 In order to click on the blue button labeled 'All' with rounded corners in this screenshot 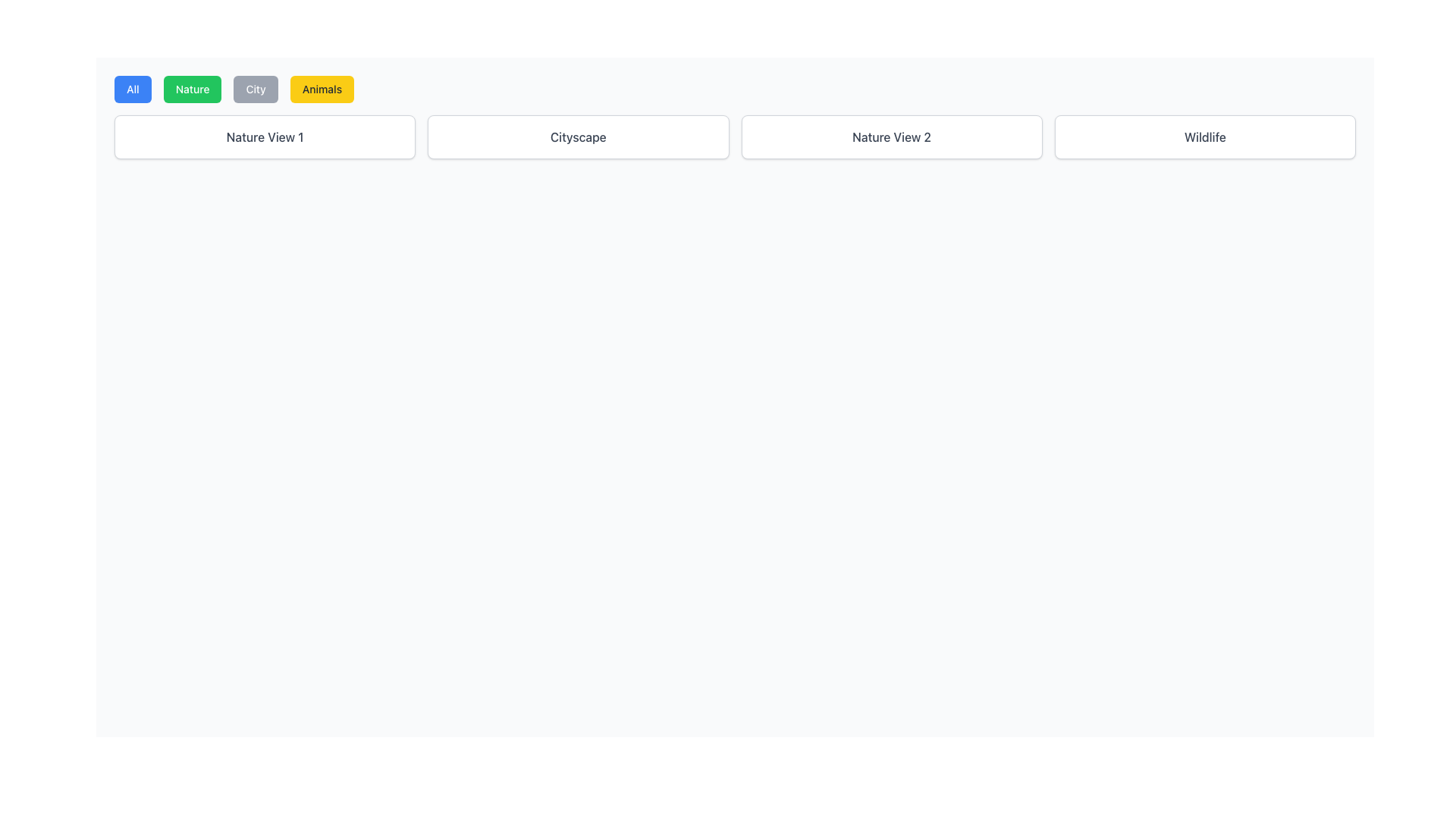, I will do `click(133, 89)`.